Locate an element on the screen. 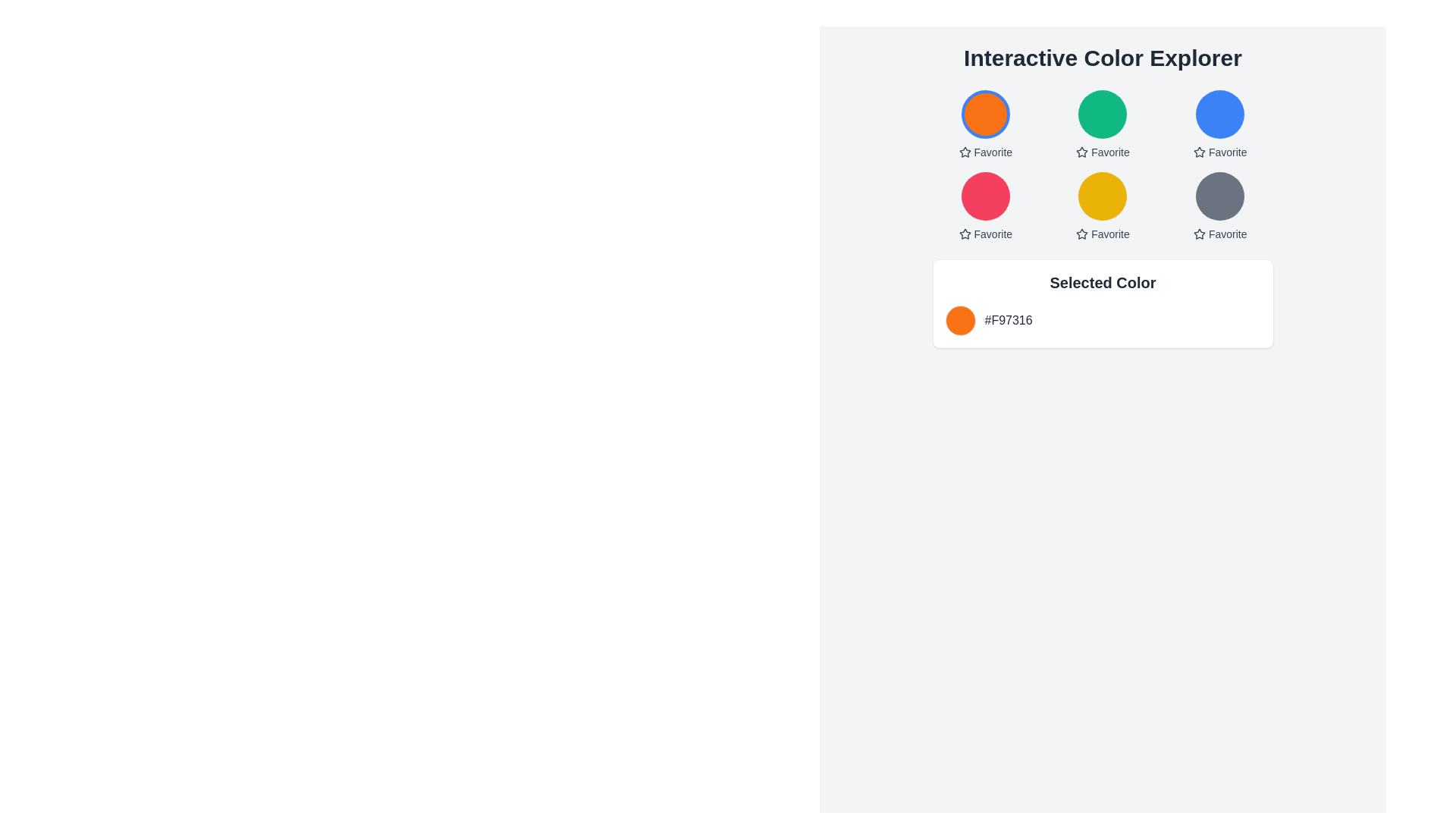 This screenshot has height=819, width=1456. the 'Favorite' text label which indicates the purpose of the adjacent star-shaped icon, positioned to the right of the icon is located at coordinates (1110, 152).